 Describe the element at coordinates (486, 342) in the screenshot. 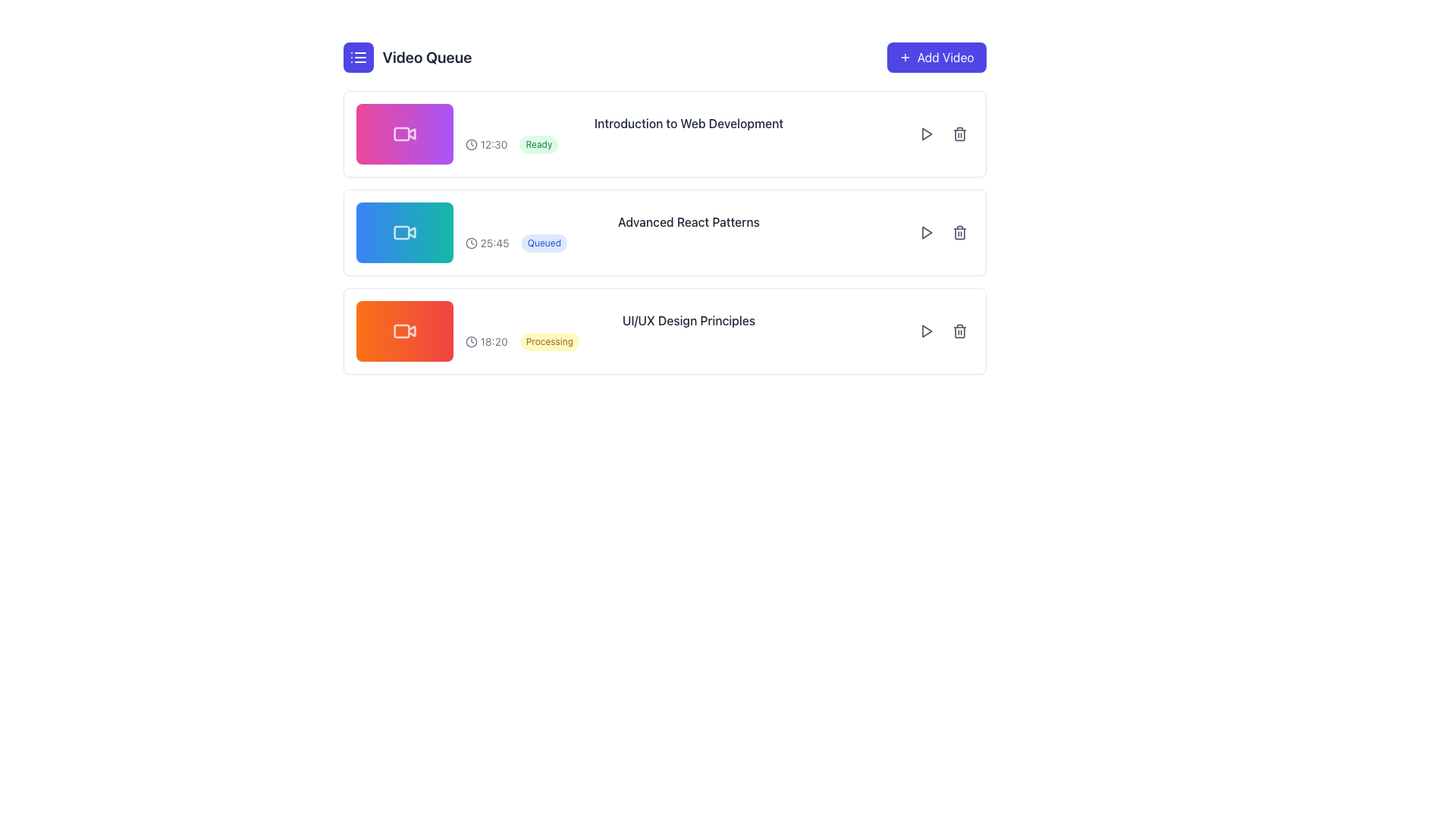

I see `displayed time information from the Time indicator located at the bottom left of the 'UI/UX Design Principles' video entry, which is positioned immediately to the left of the 'Processing' label` at that location.